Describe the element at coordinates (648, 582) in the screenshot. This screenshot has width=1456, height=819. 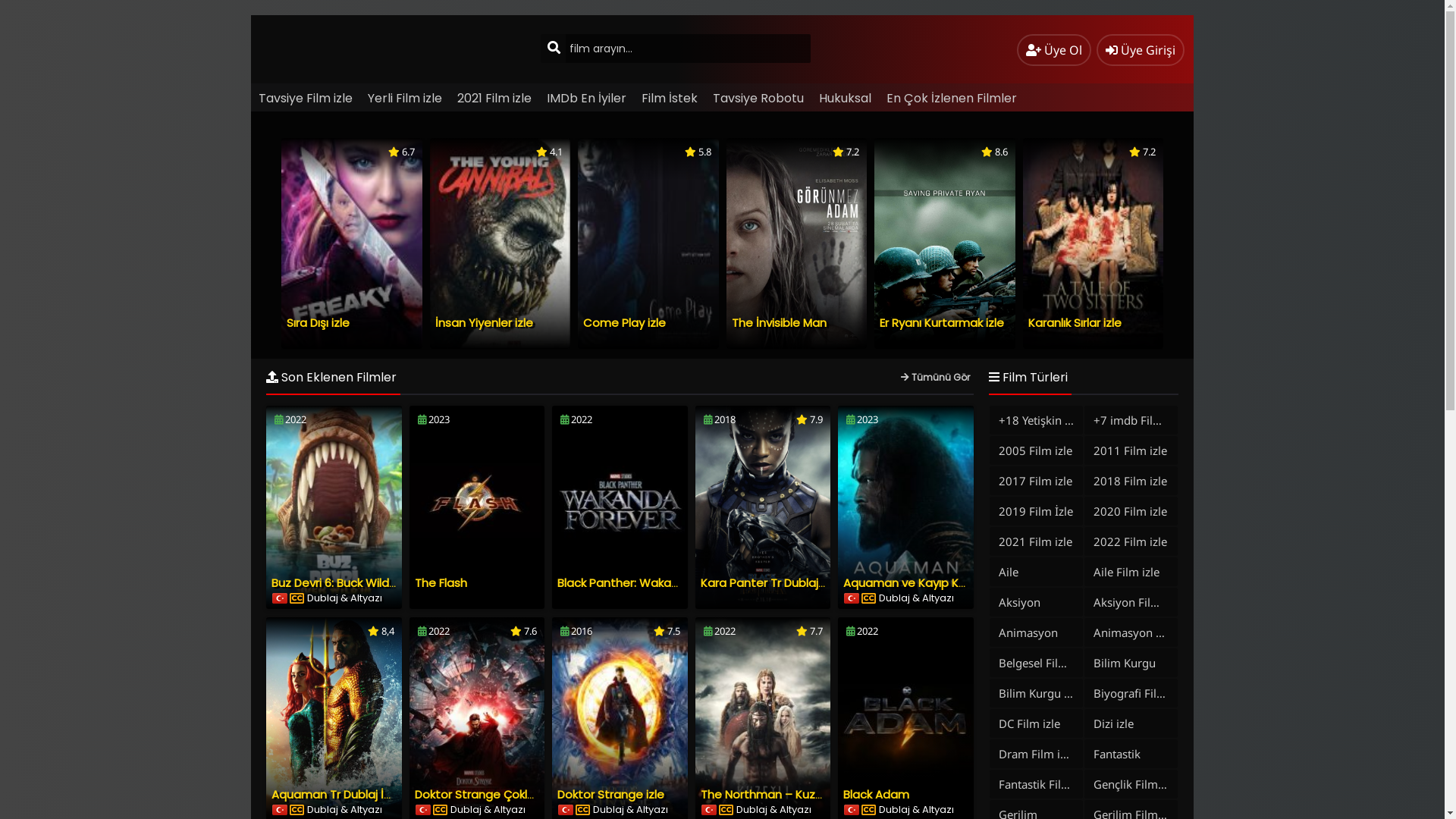
I see `'Black Panther: Wakanda Forever'` at that location.